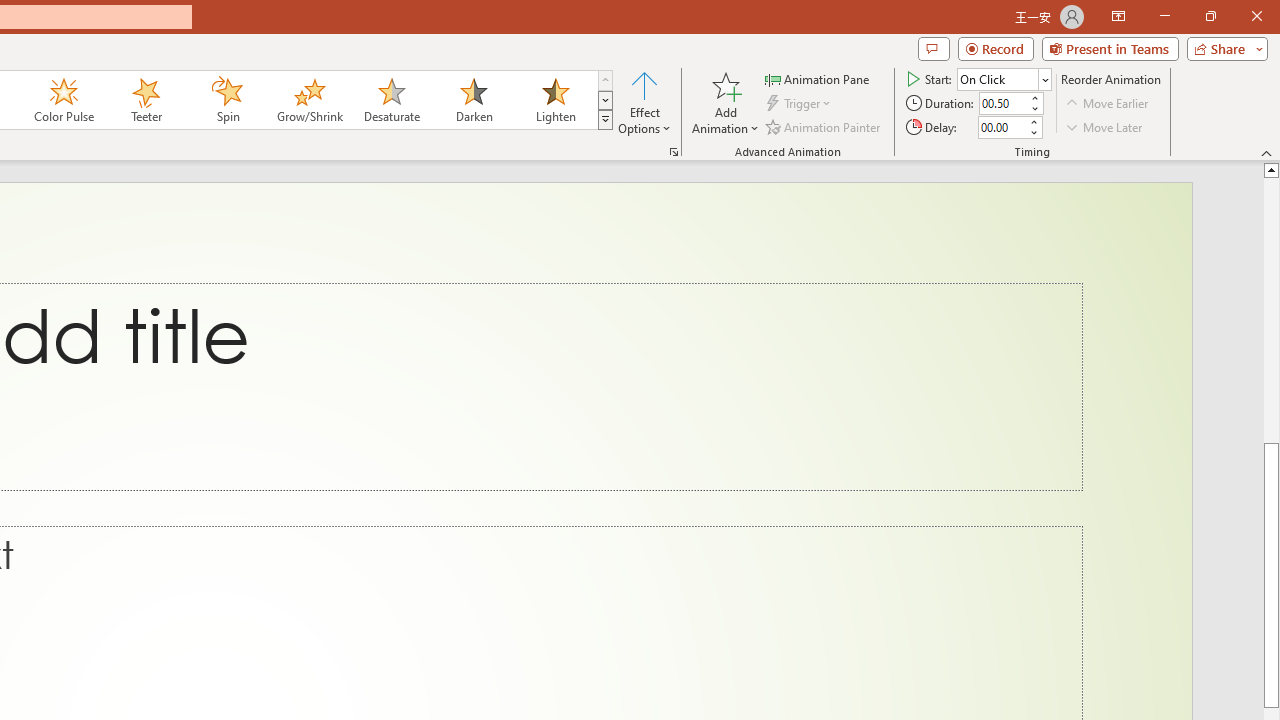  What do you see at coordinates (824, 127) in the screenshot?
I see `'Animation Painter'` at bounding box center [824, 127].